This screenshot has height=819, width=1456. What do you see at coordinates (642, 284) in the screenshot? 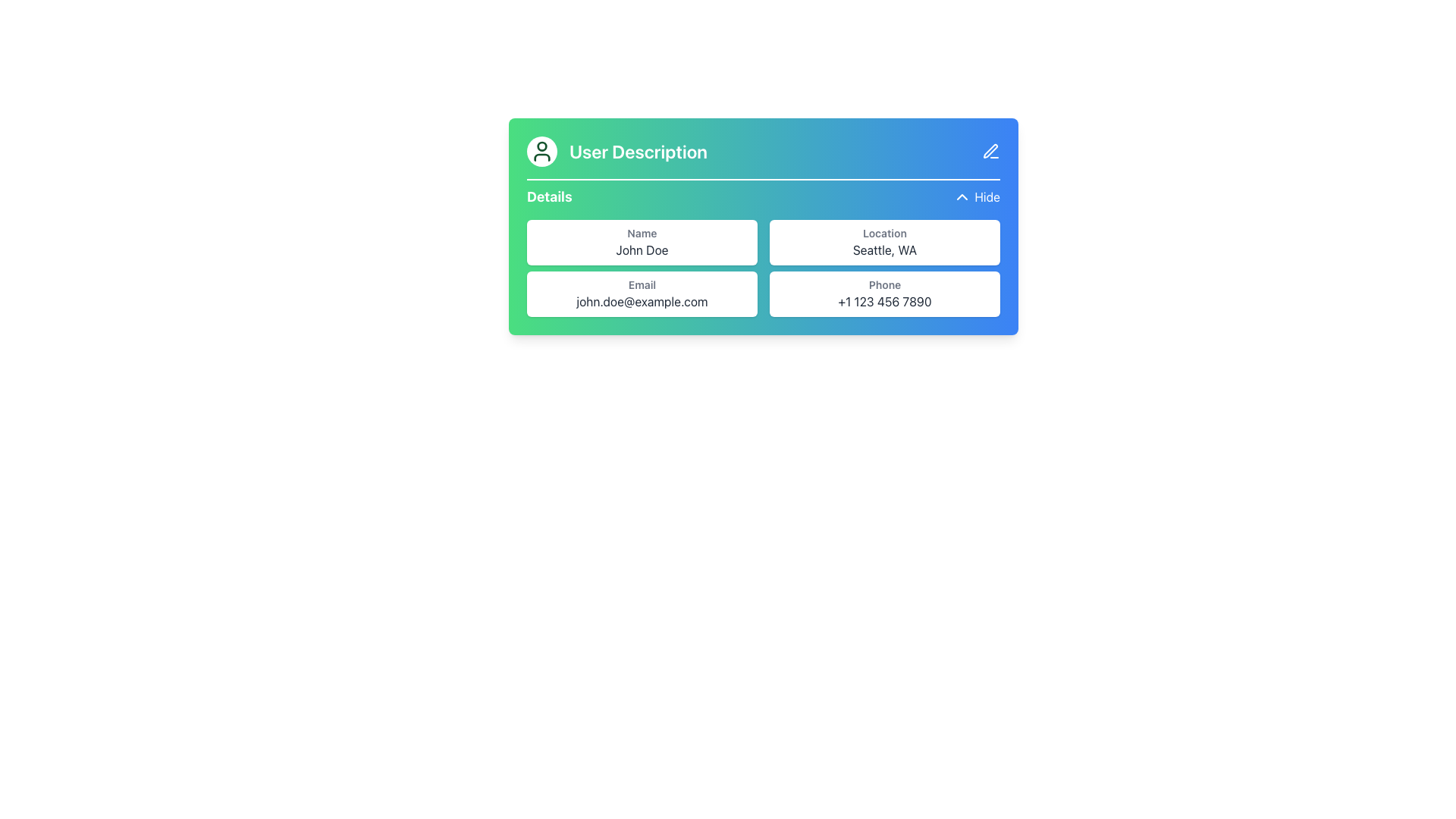
I see `the 'Email' text label that indicates the email address 'john.doe@example.com' within the 'Details' card located in the bottom-left quadrant of the interface` at bounding box center [642, 284].